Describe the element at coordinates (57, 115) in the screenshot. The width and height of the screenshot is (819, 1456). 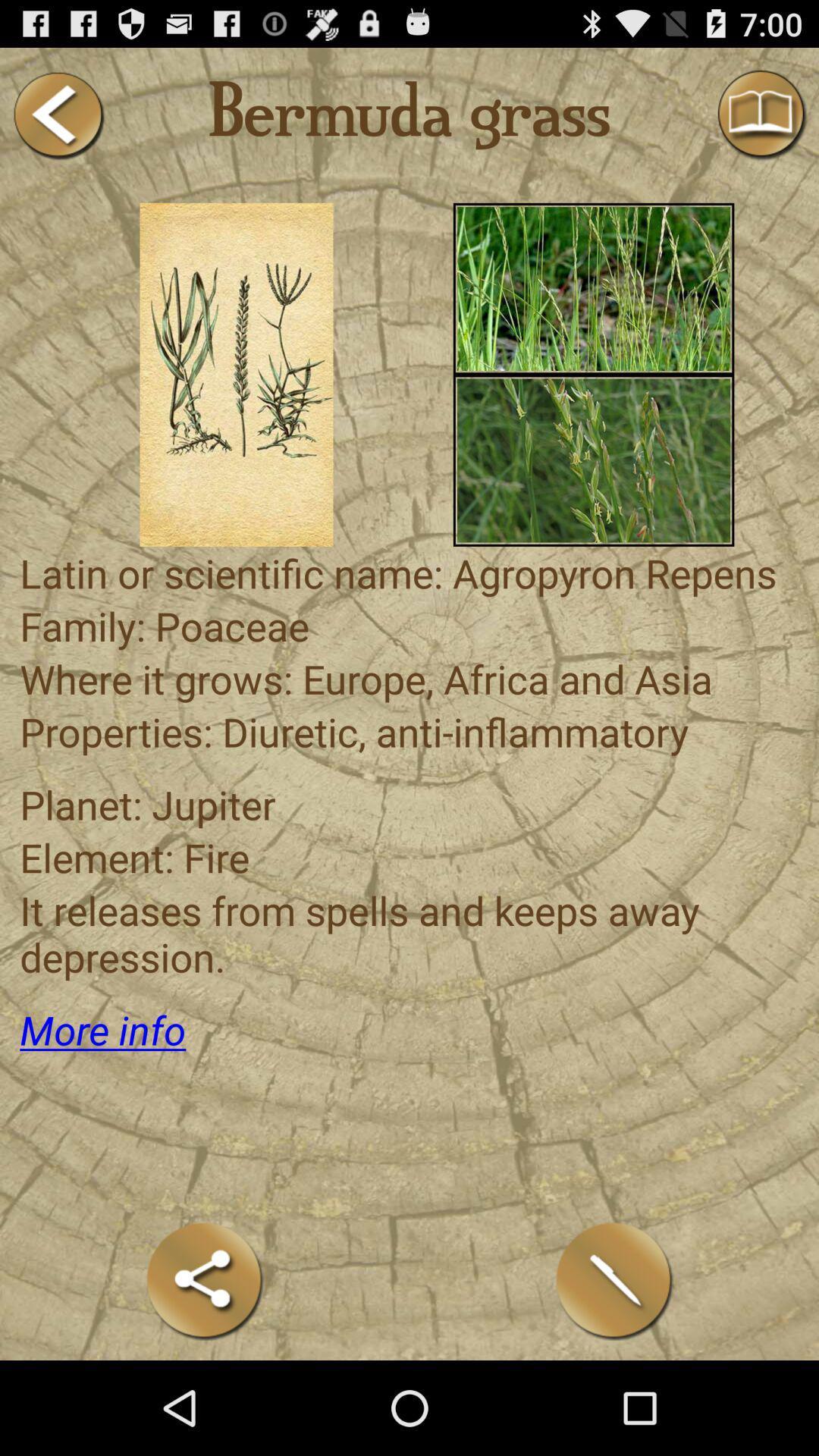
I see `go back` at that location.